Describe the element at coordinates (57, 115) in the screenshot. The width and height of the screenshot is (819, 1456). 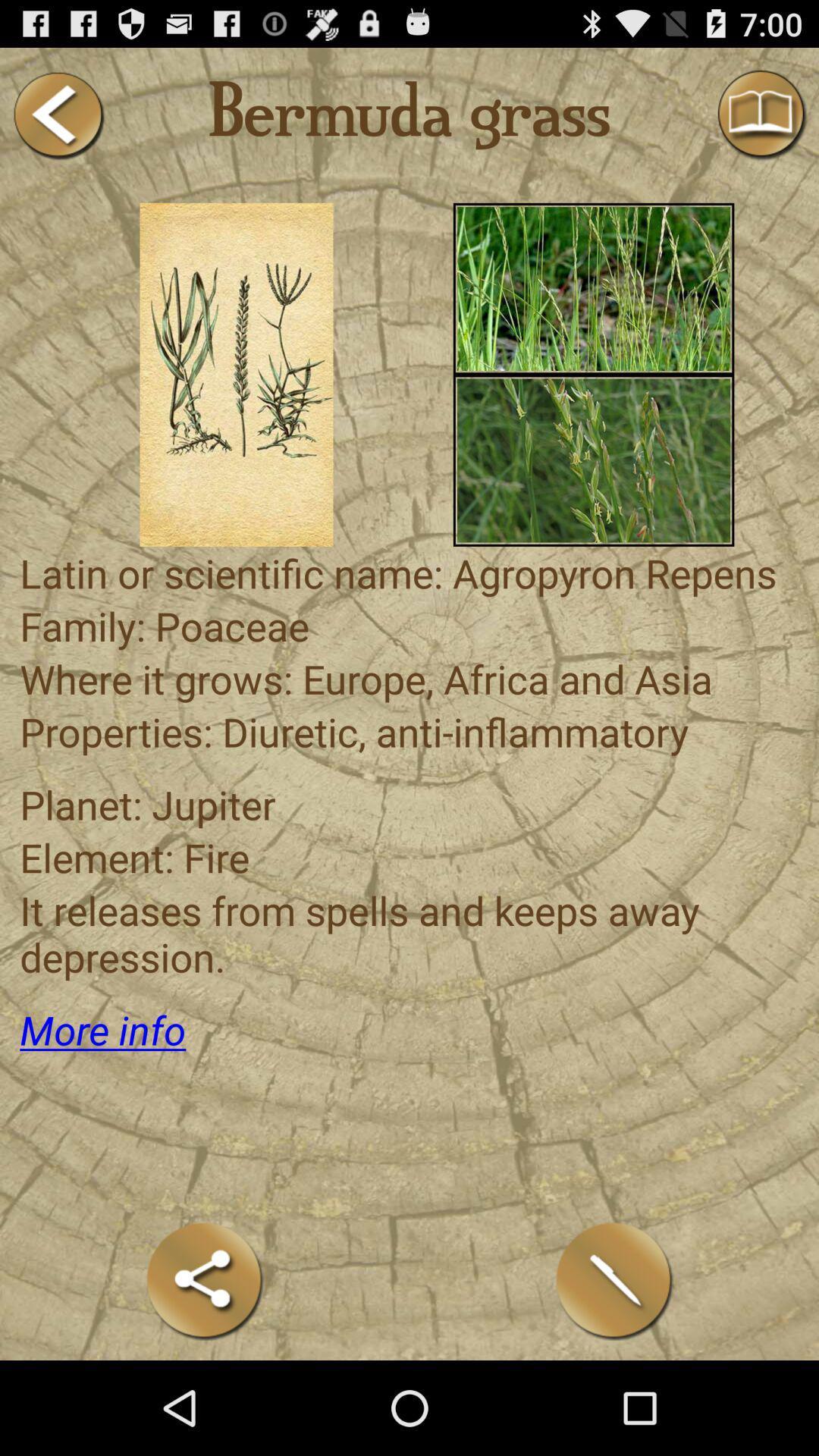
I see `go back` at that location.